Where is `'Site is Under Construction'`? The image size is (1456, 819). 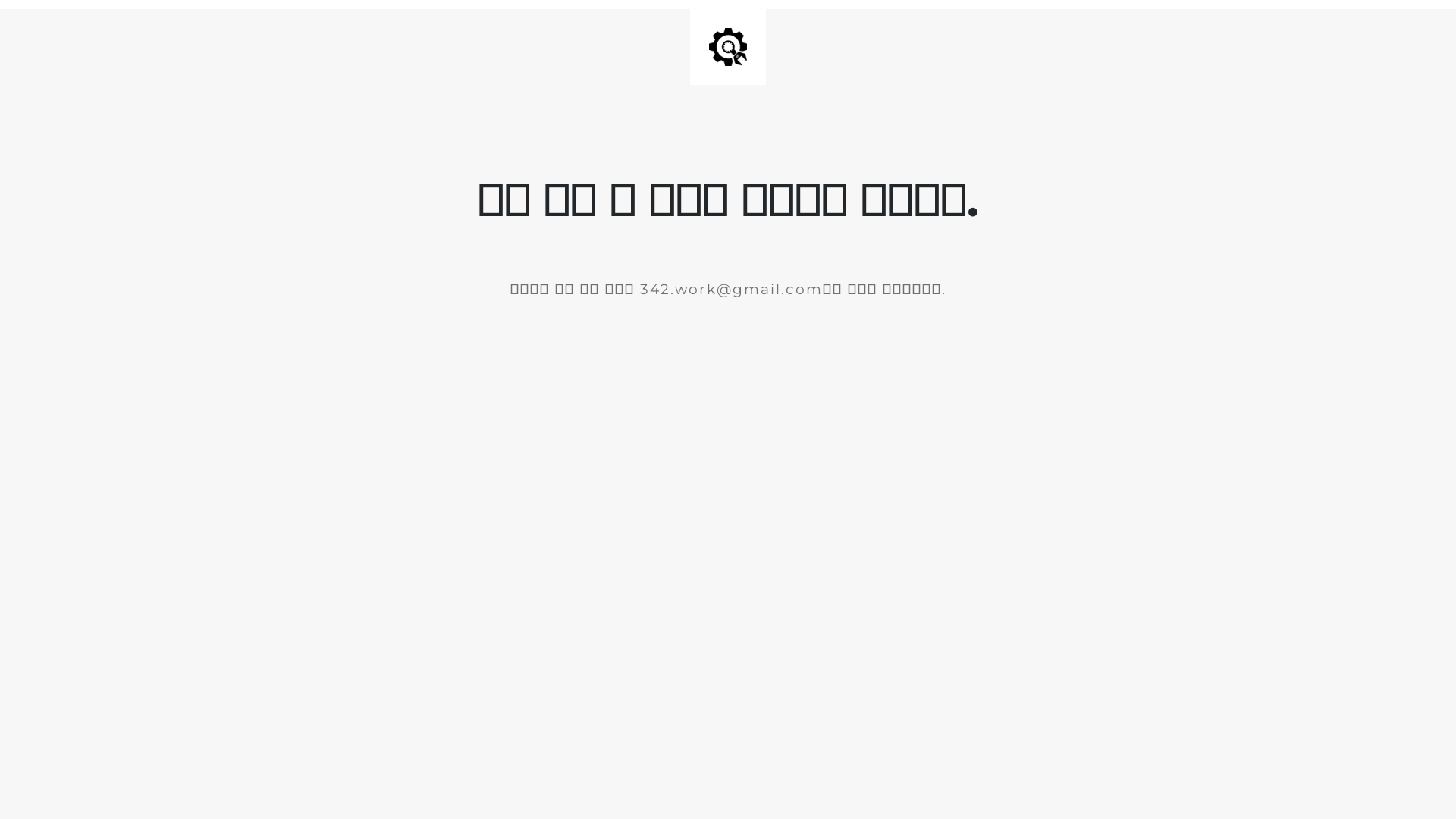
'Site is Under Construction' is located at coordinates (728, 45).